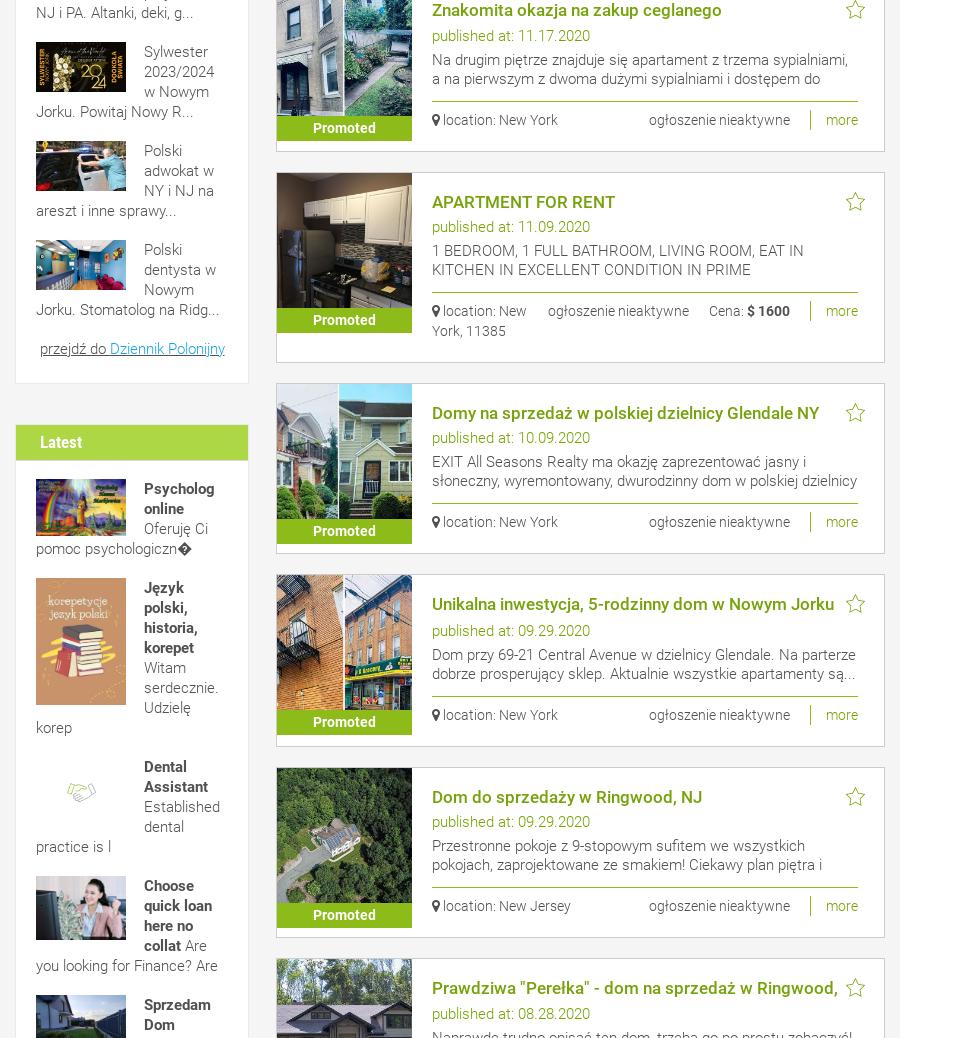 Image resolution: width=978 pixels, height=1038 pixels. Describe the element at coordinates (510, 35) in the screenshot. I see `'published at: 11.17.2020'` at that location.